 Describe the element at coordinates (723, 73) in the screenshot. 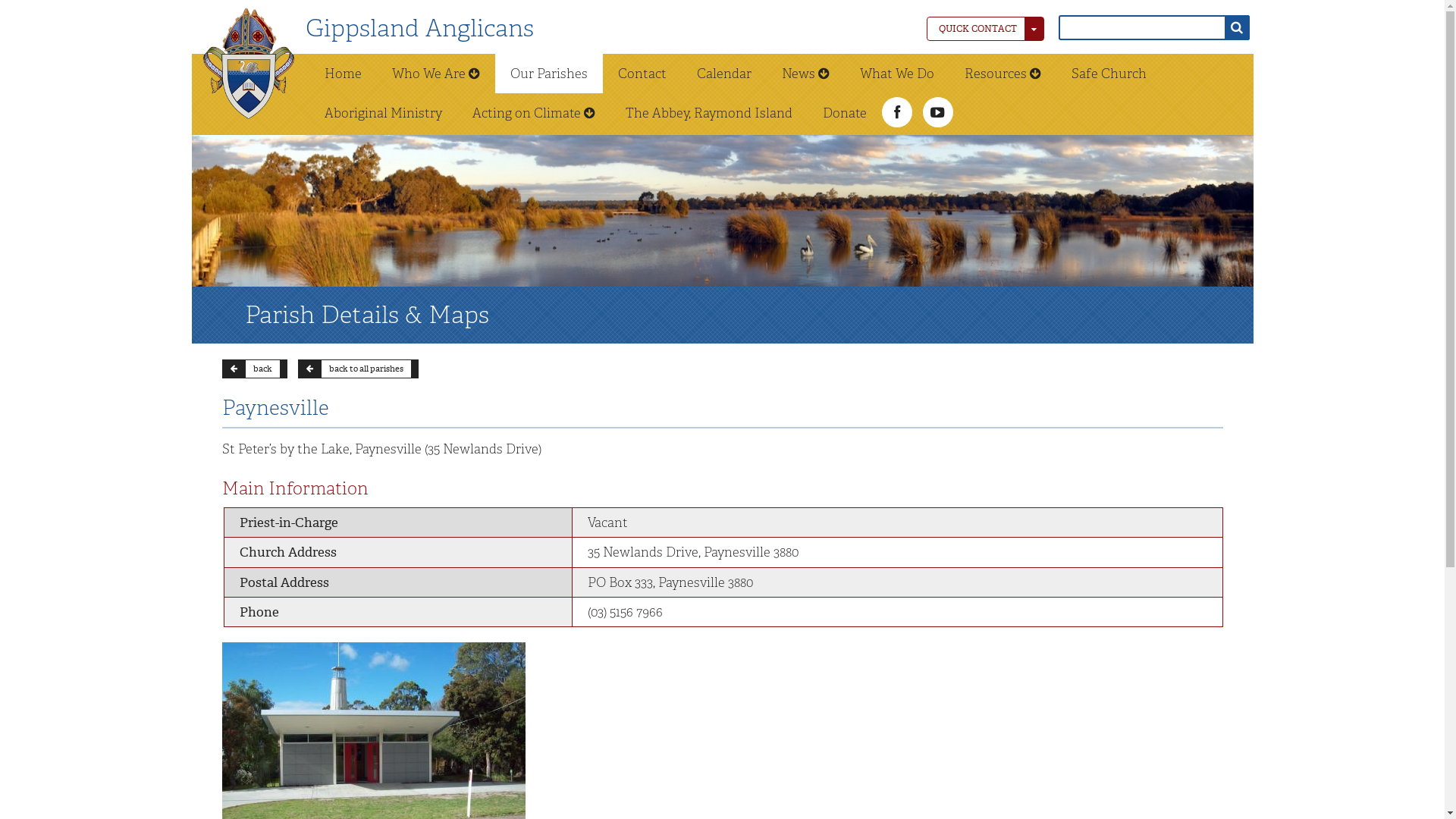

I see `'Calendar'` at that location.